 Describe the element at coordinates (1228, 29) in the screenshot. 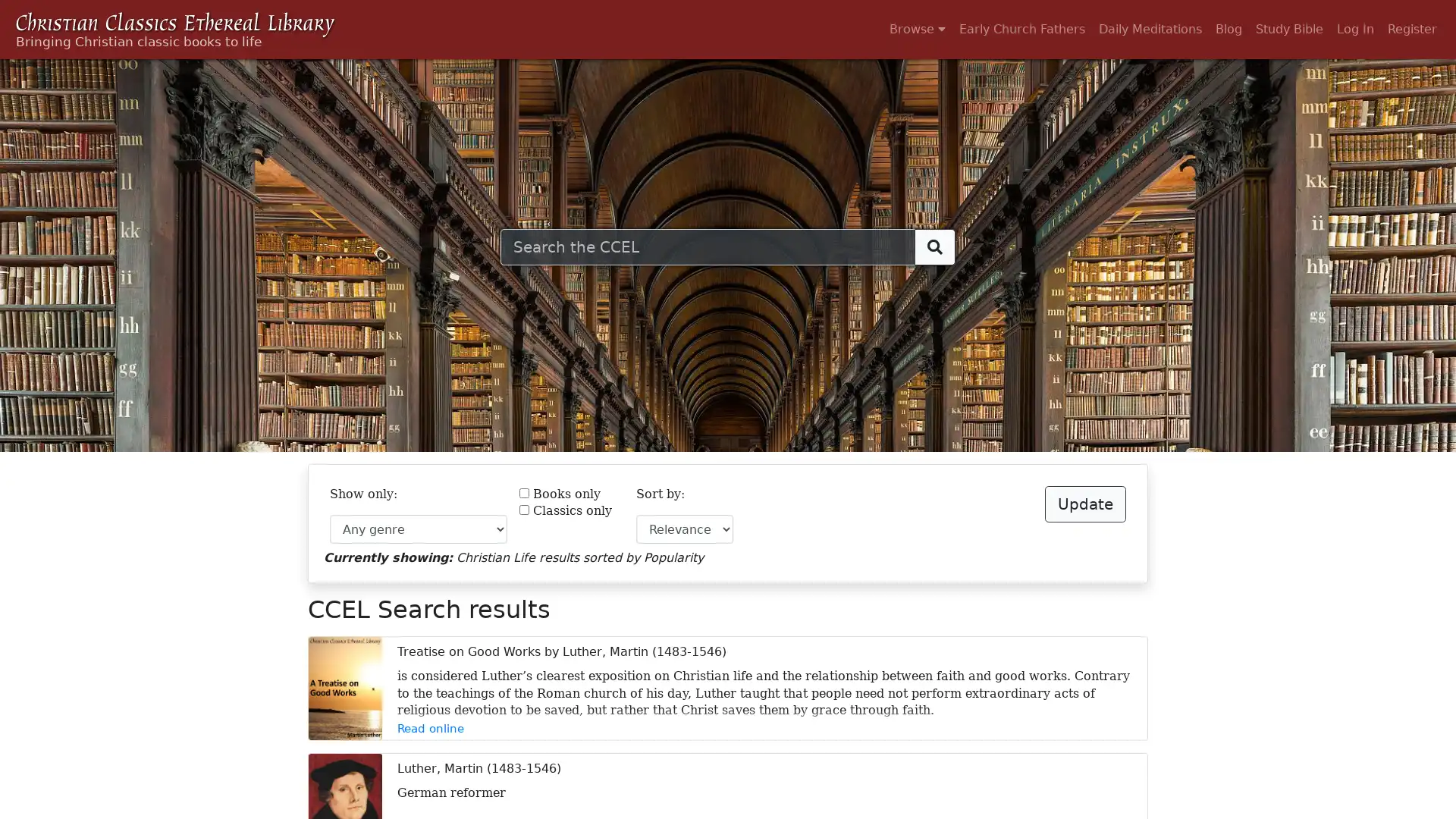

I see `Blog` at that location.